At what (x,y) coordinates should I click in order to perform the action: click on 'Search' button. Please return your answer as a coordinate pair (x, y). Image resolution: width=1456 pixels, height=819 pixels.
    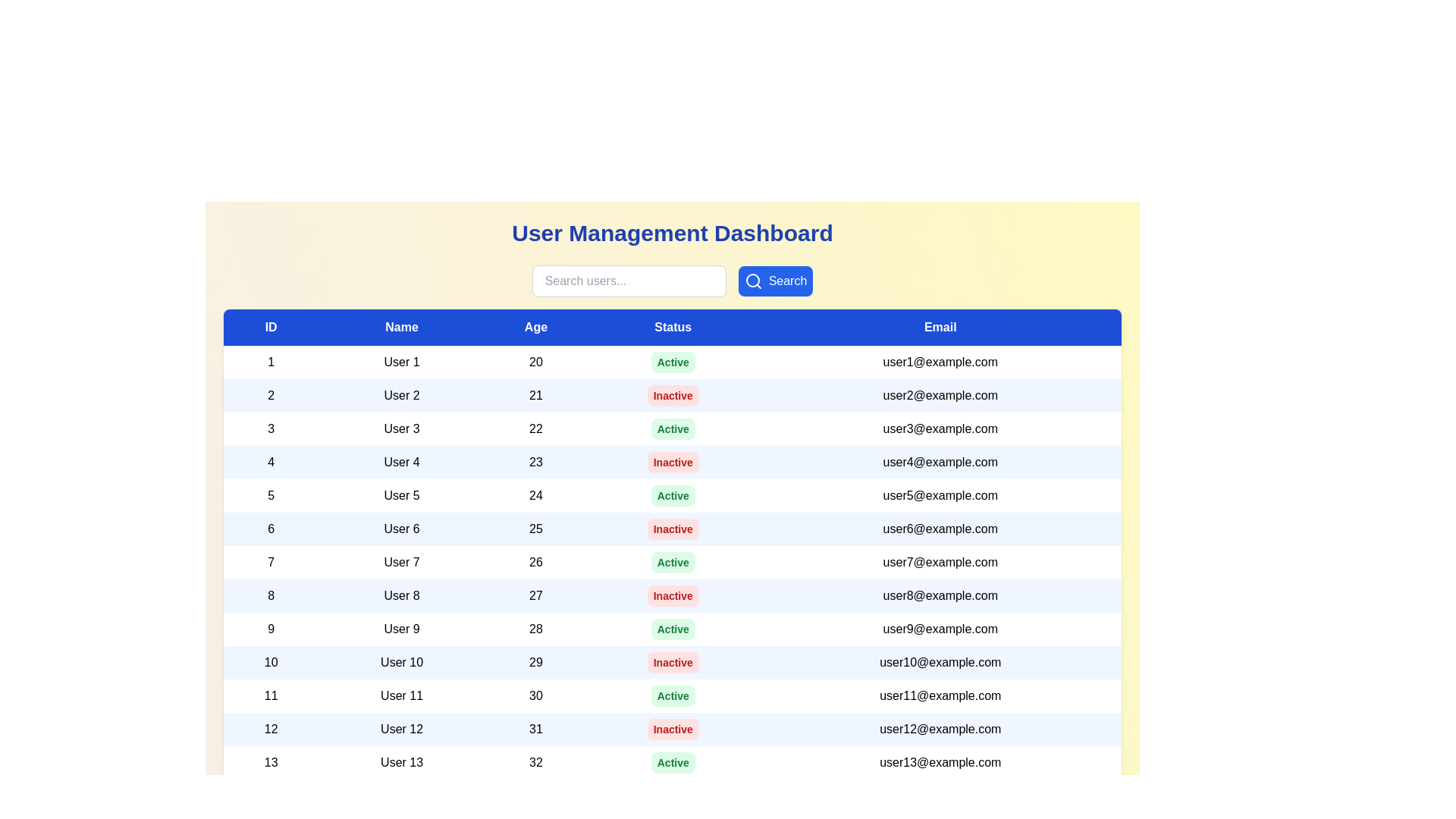
    Looking at the image, I should click on (775, 281).